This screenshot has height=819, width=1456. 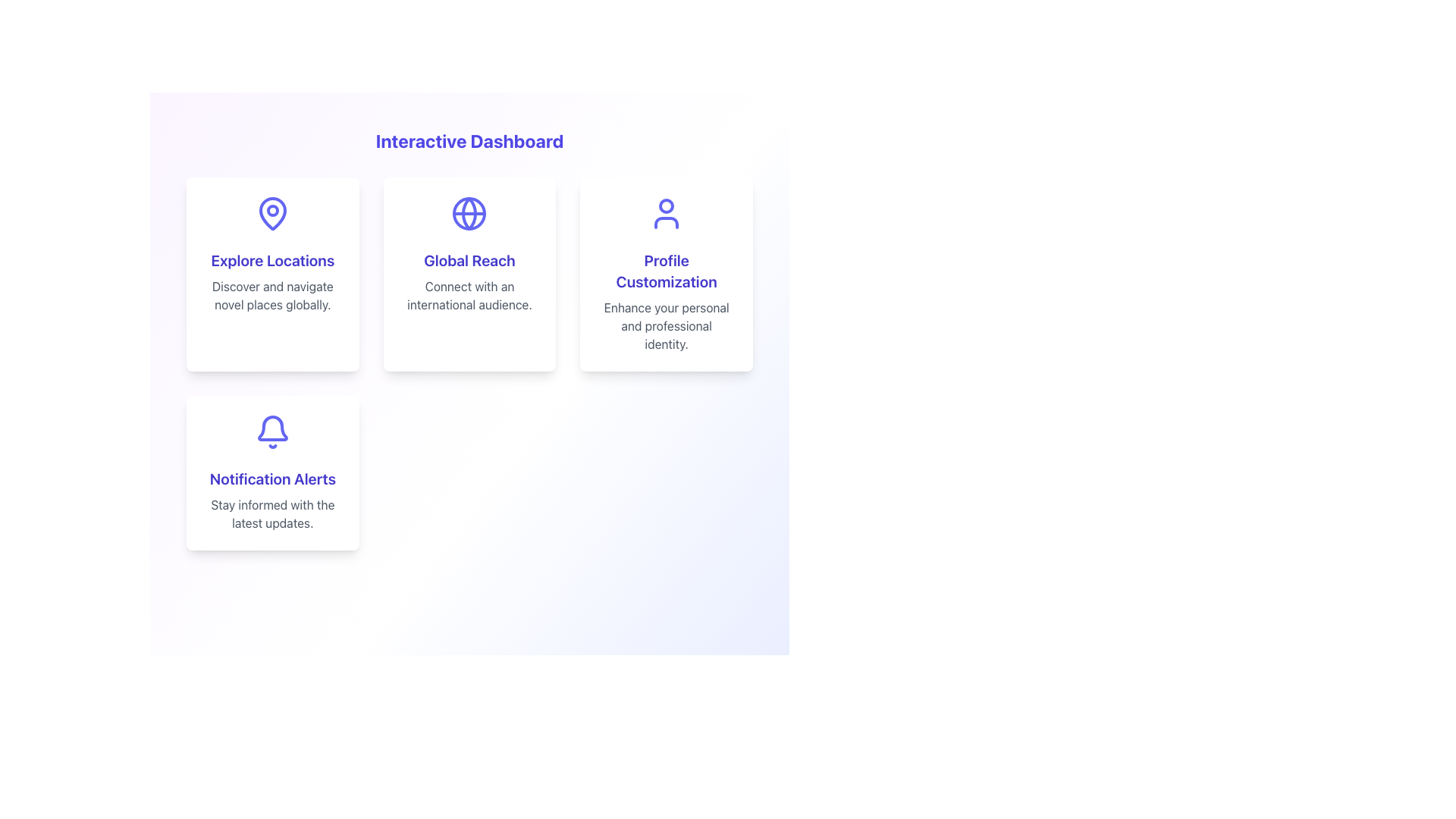 What do you see at coordinates (272, 210) in the screenshot?
I see `the small circular icon with a thin border inside the pin location marker, situated above the 'Explore Locations' text in the first card of the top row` at bounding box center [272, 210].